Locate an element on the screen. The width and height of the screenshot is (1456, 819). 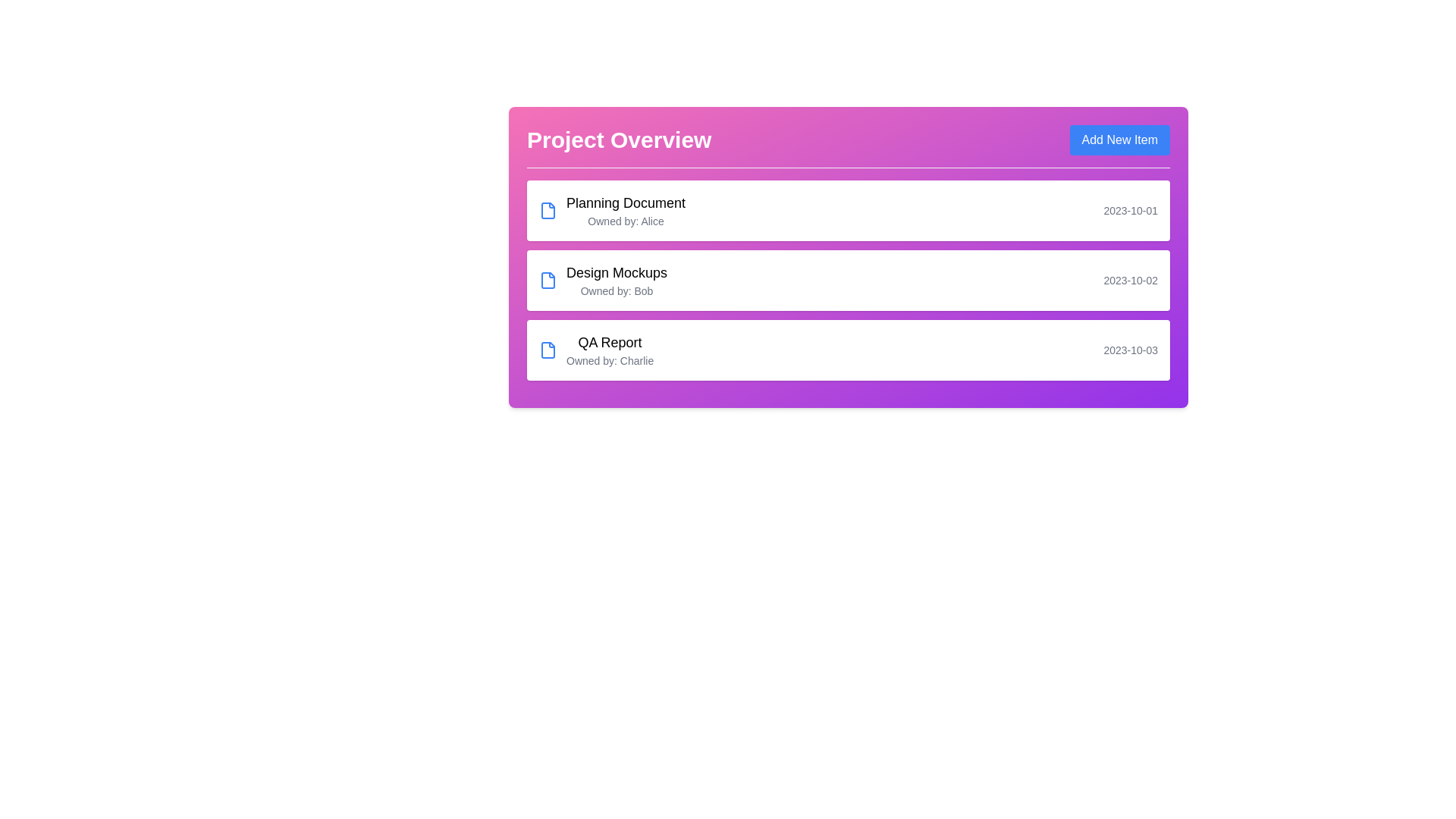
the static text label containing 'Owned by: Alice', which is located below the bold heading 'Planning Document' in the top-left card of the interface is located at coordinates (626, 221).